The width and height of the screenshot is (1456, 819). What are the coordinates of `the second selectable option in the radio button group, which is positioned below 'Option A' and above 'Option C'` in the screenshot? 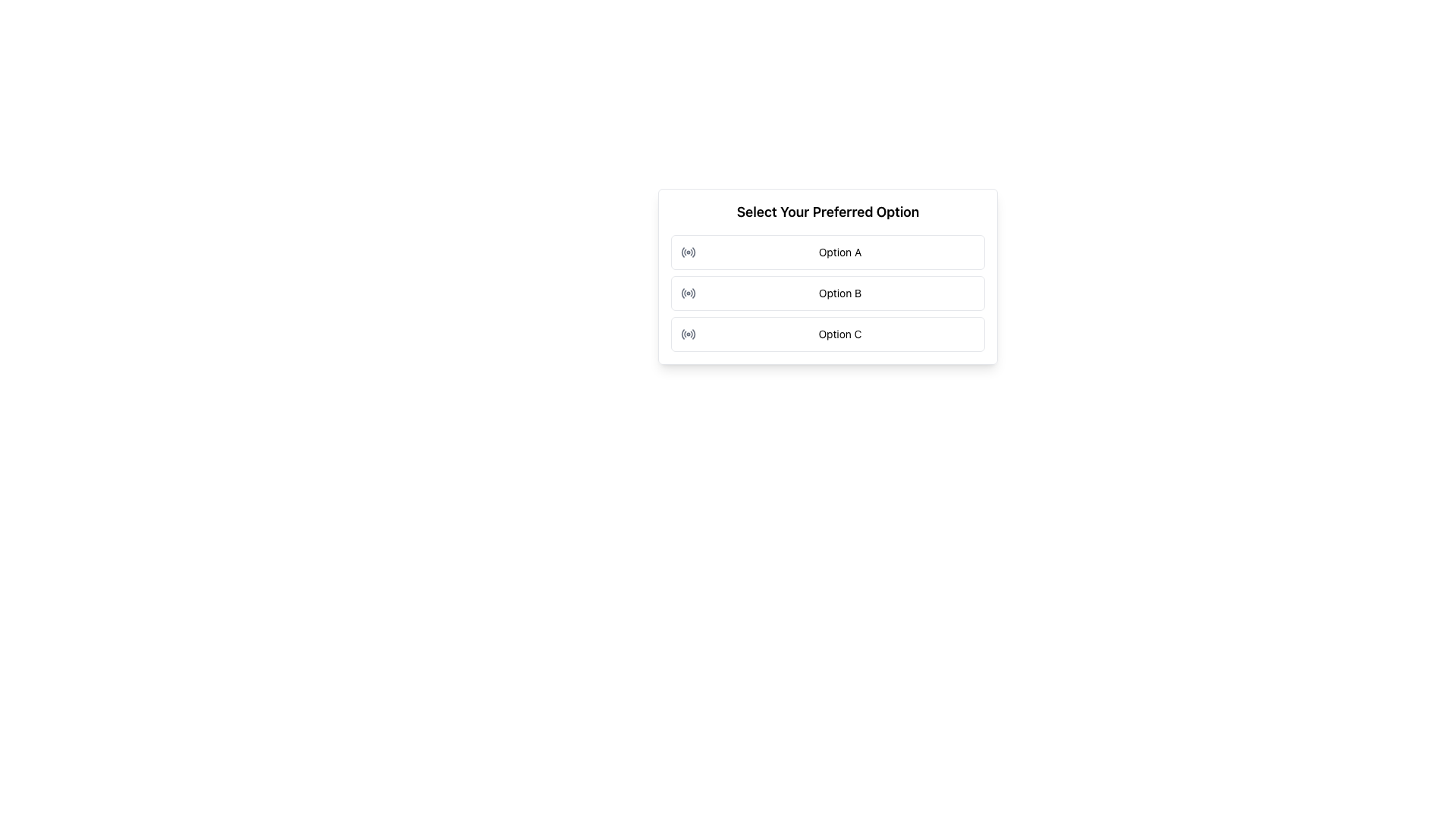 It's located at (839, 293).